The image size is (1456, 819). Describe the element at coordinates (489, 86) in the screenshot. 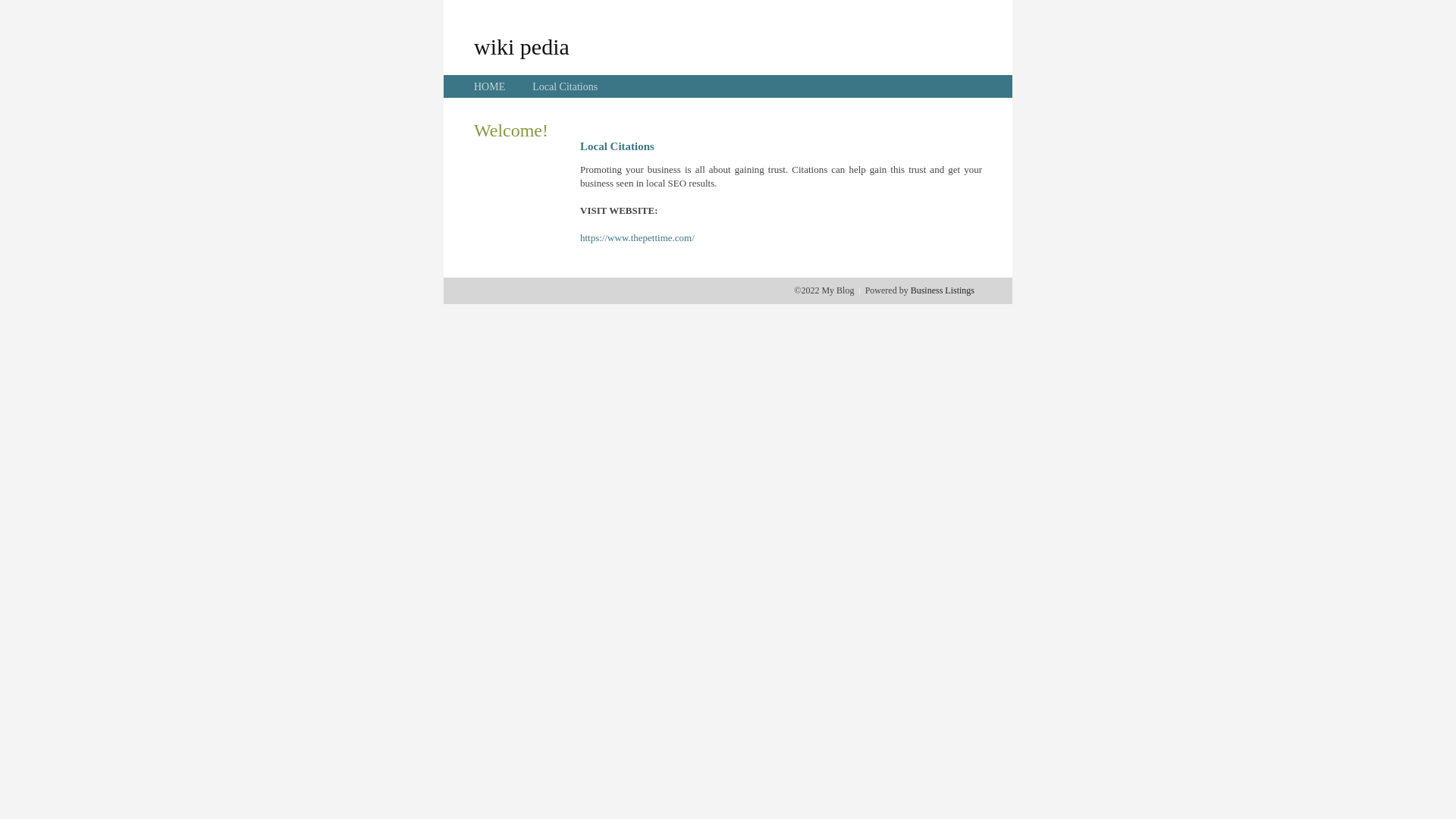

I see `'HOME'` at that location.